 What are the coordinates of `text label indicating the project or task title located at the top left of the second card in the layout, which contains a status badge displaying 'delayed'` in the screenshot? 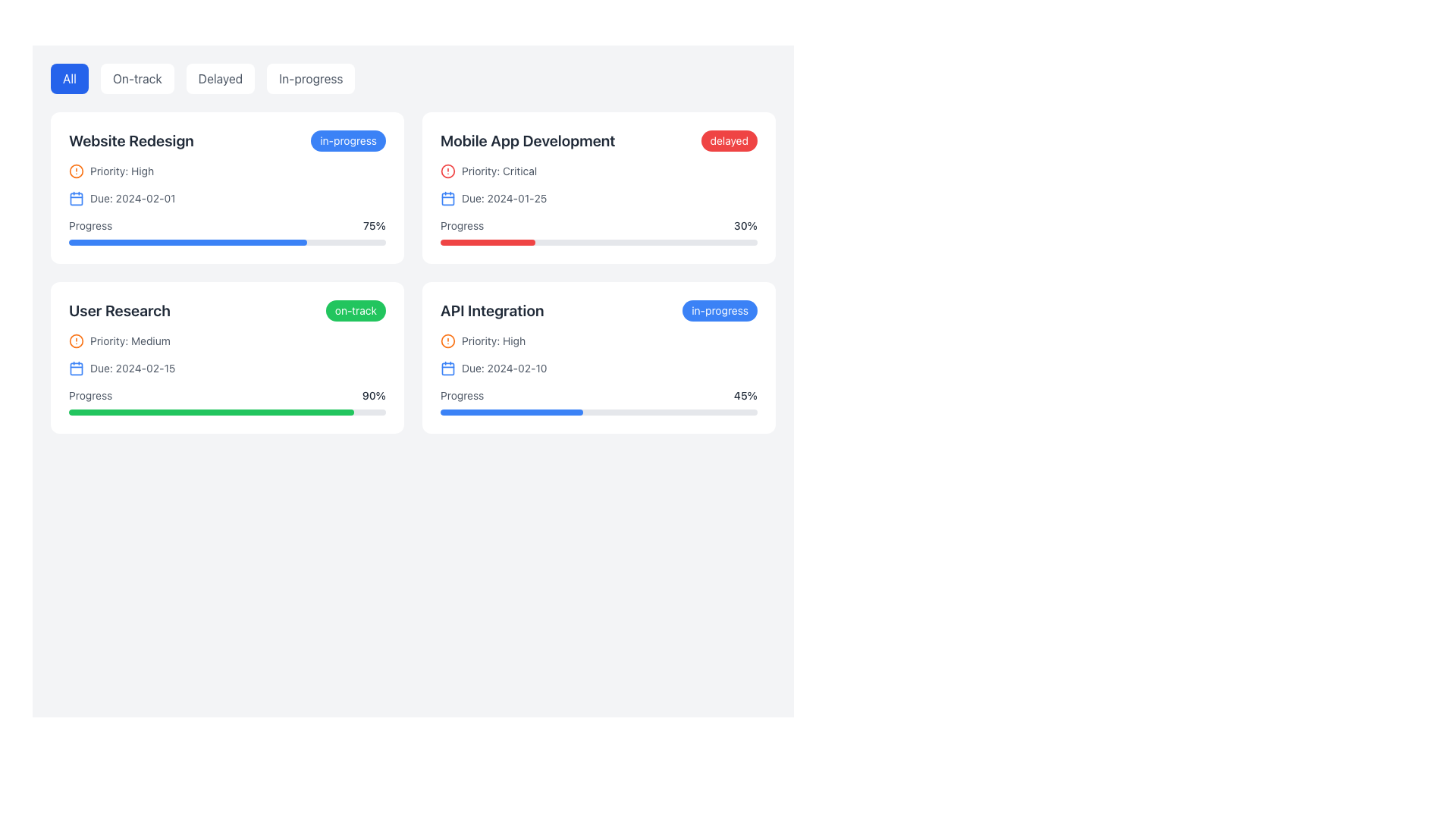 It's located at (528, 140).